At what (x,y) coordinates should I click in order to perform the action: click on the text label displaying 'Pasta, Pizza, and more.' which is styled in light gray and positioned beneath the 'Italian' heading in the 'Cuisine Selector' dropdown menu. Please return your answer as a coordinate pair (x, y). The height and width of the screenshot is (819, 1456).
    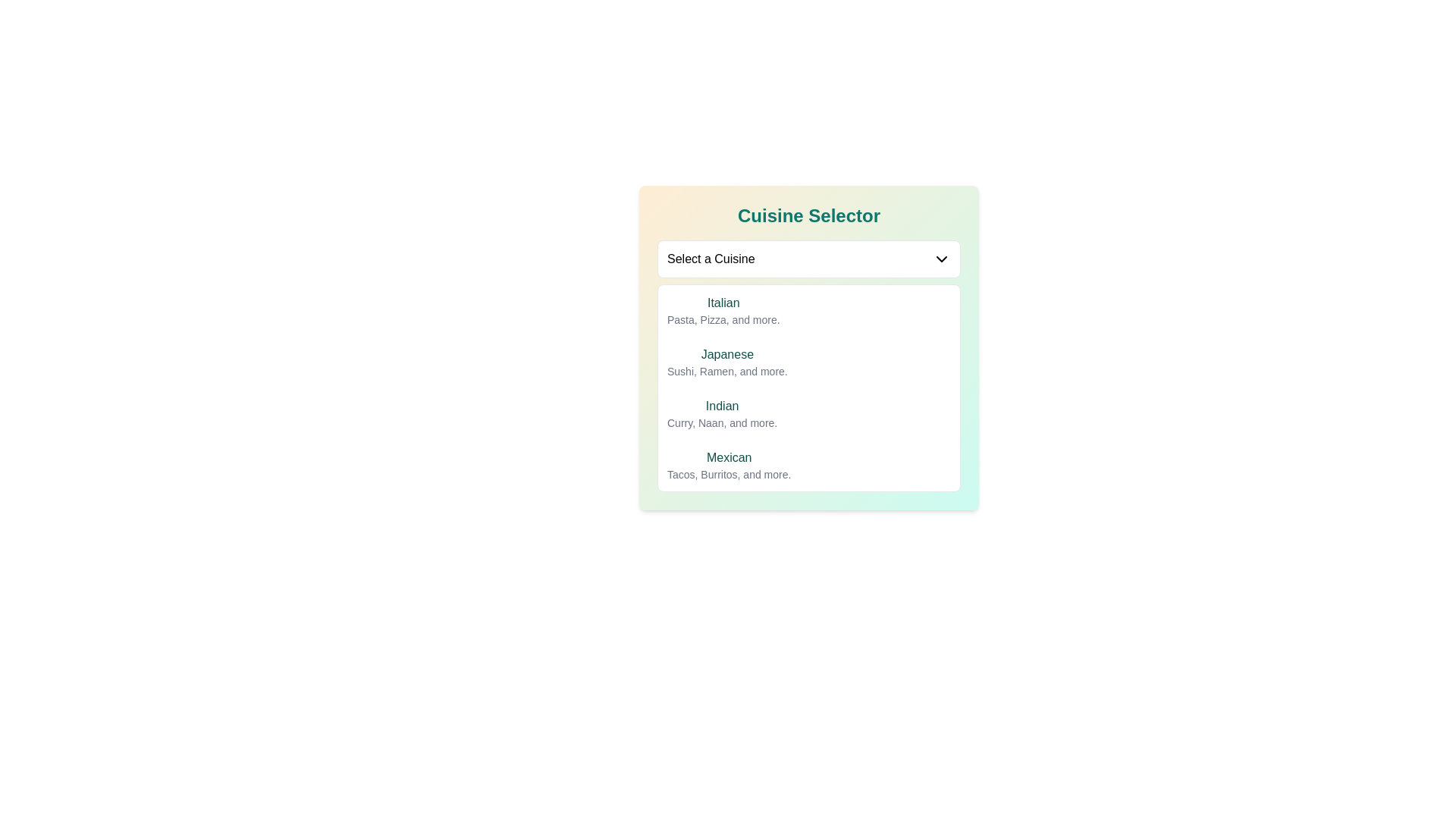
    Looking at the image, I should click on (723, 318).